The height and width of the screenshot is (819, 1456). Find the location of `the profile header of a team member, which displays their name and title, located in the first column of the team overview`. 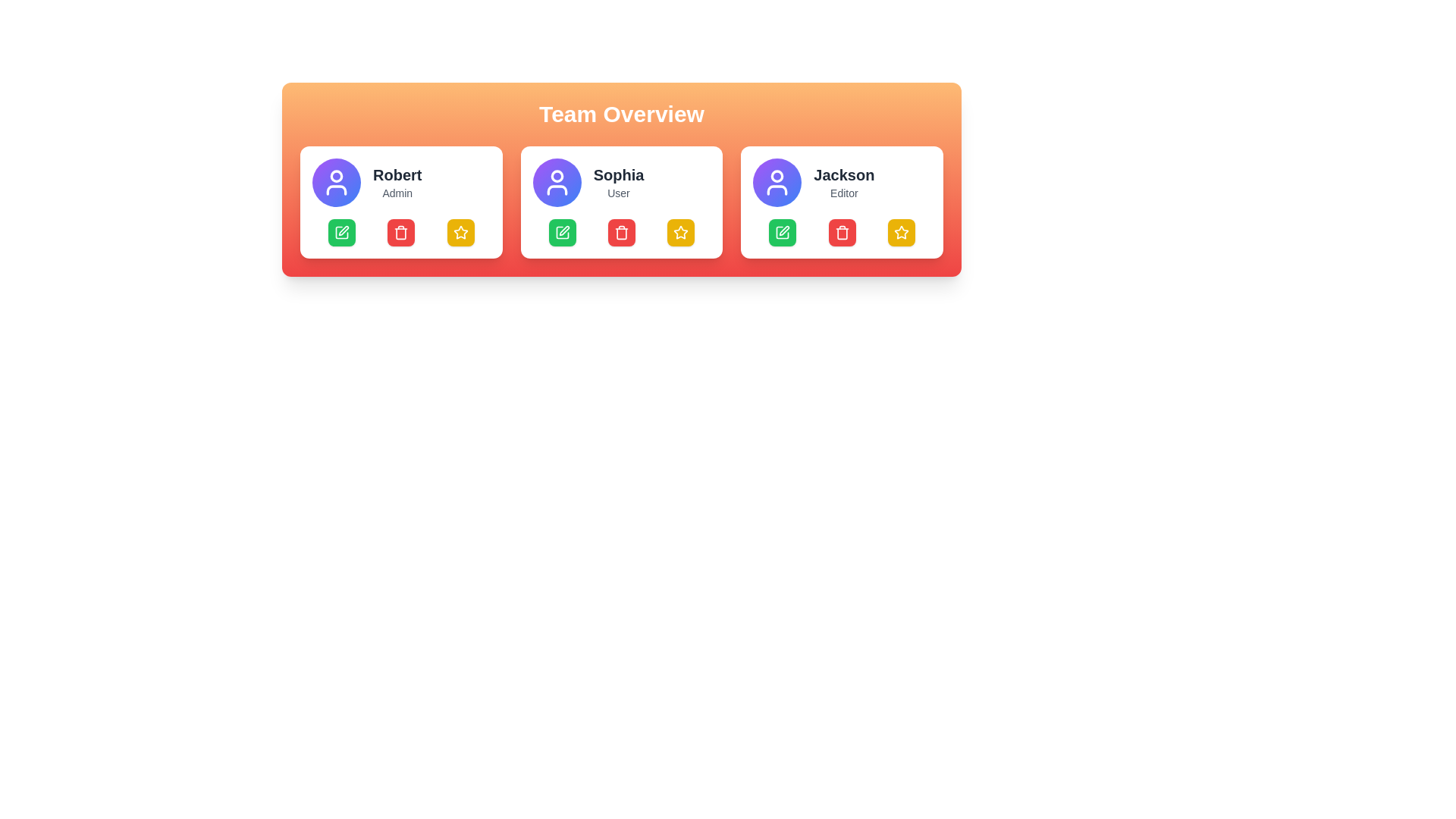

the profile header of a team member, which displays their name and title, located in the first column of the team overview is located at coordinates (401, 181).